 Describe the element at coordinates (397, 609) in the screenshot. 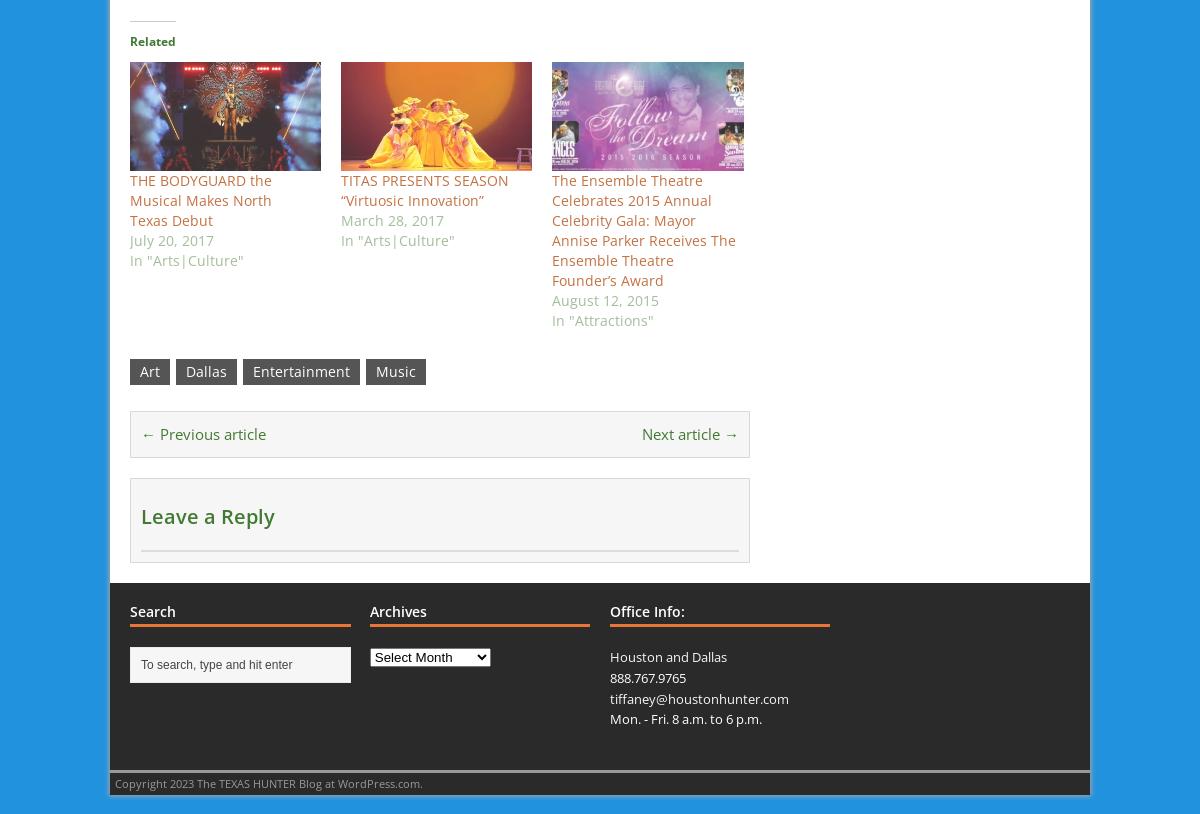

I see `'Archives'` at that location.